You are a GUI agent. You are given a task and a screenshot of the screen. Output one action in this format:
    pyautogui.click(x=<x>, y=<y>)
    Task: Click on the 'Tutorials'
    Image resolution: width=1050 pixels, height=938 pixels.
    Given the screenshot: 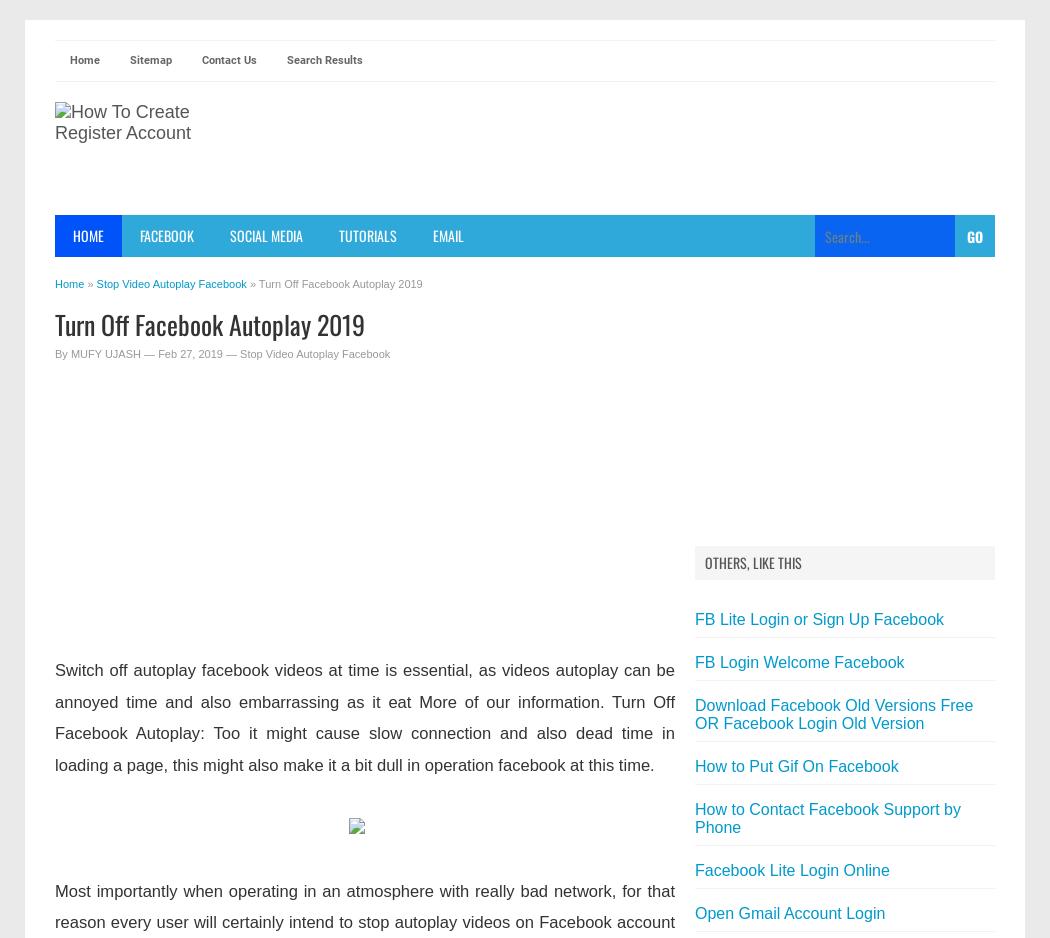 What is the action you would take?
    pyautogui.click(x=338, y=234)
    